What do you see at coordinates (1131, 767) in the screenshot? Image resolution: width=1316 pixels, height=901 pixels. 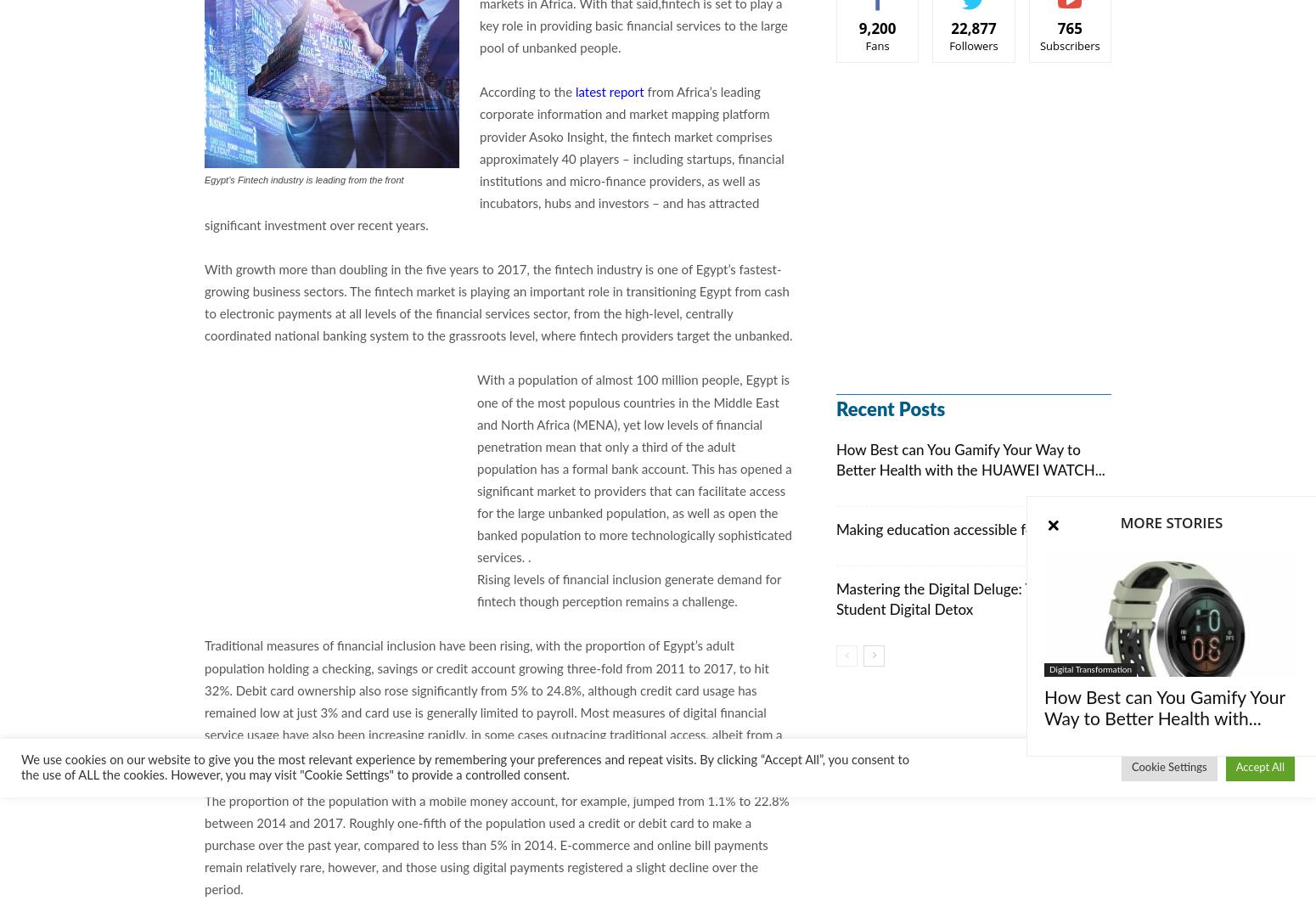 I see `'Cookie Settings'` at bounding box center [1131, 767].